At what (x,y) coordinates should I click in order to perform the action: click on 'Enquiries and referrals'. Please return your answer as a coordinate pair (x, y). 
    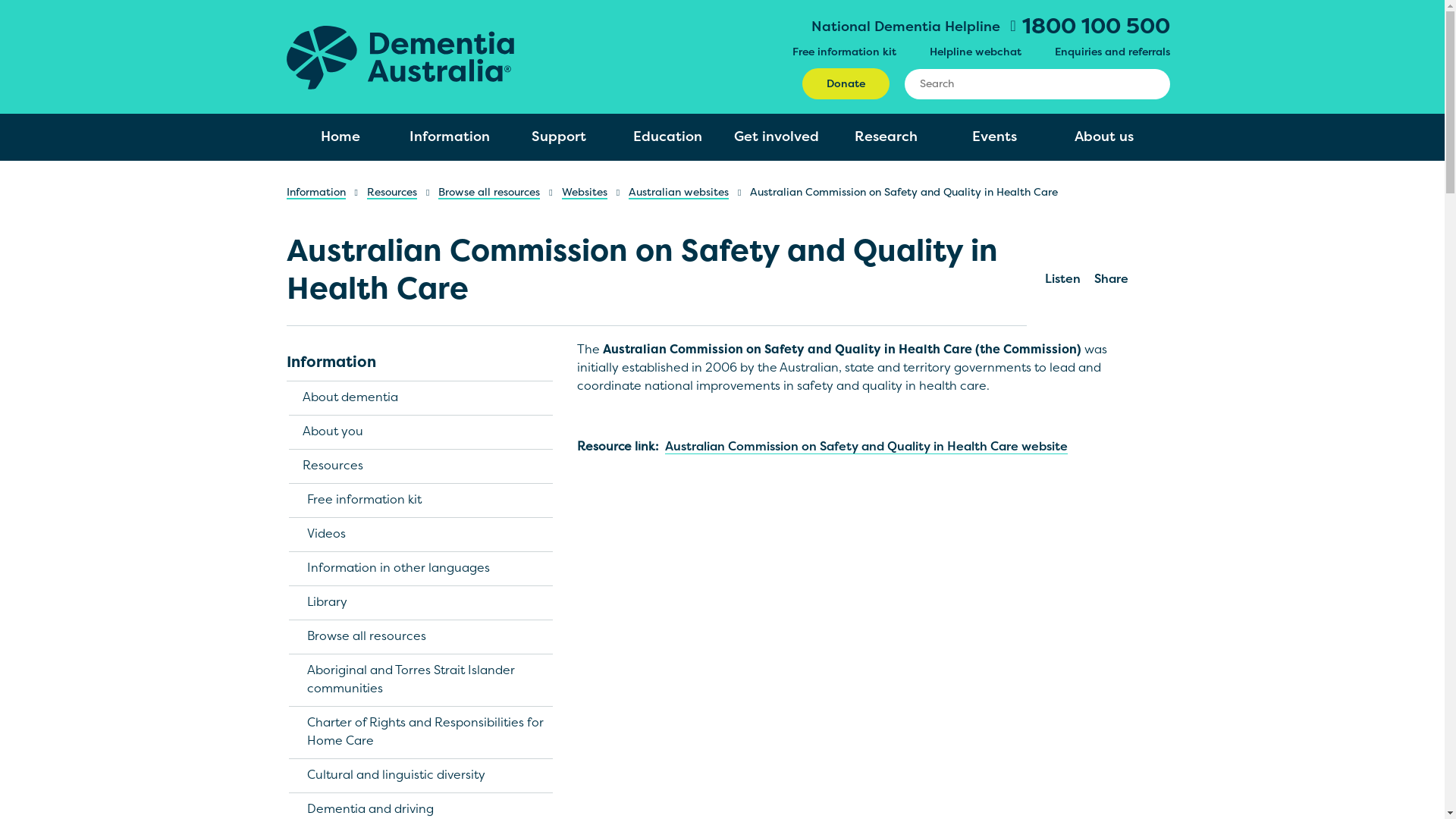
    Looking at the image, I should click on (1111, 52).